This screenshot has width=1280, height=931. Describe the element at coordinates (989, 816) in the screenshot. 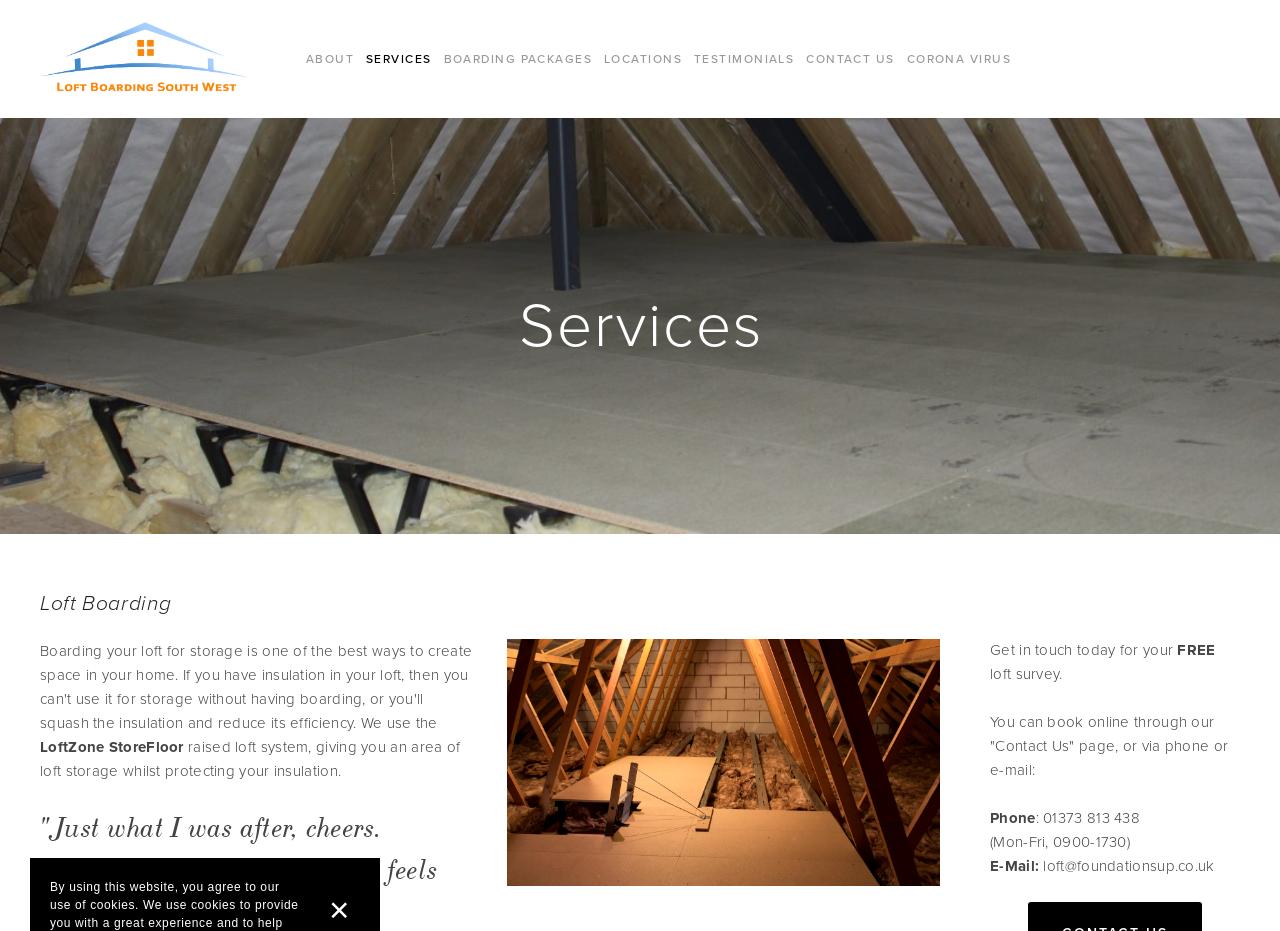

I see `'Phone'` at that location.